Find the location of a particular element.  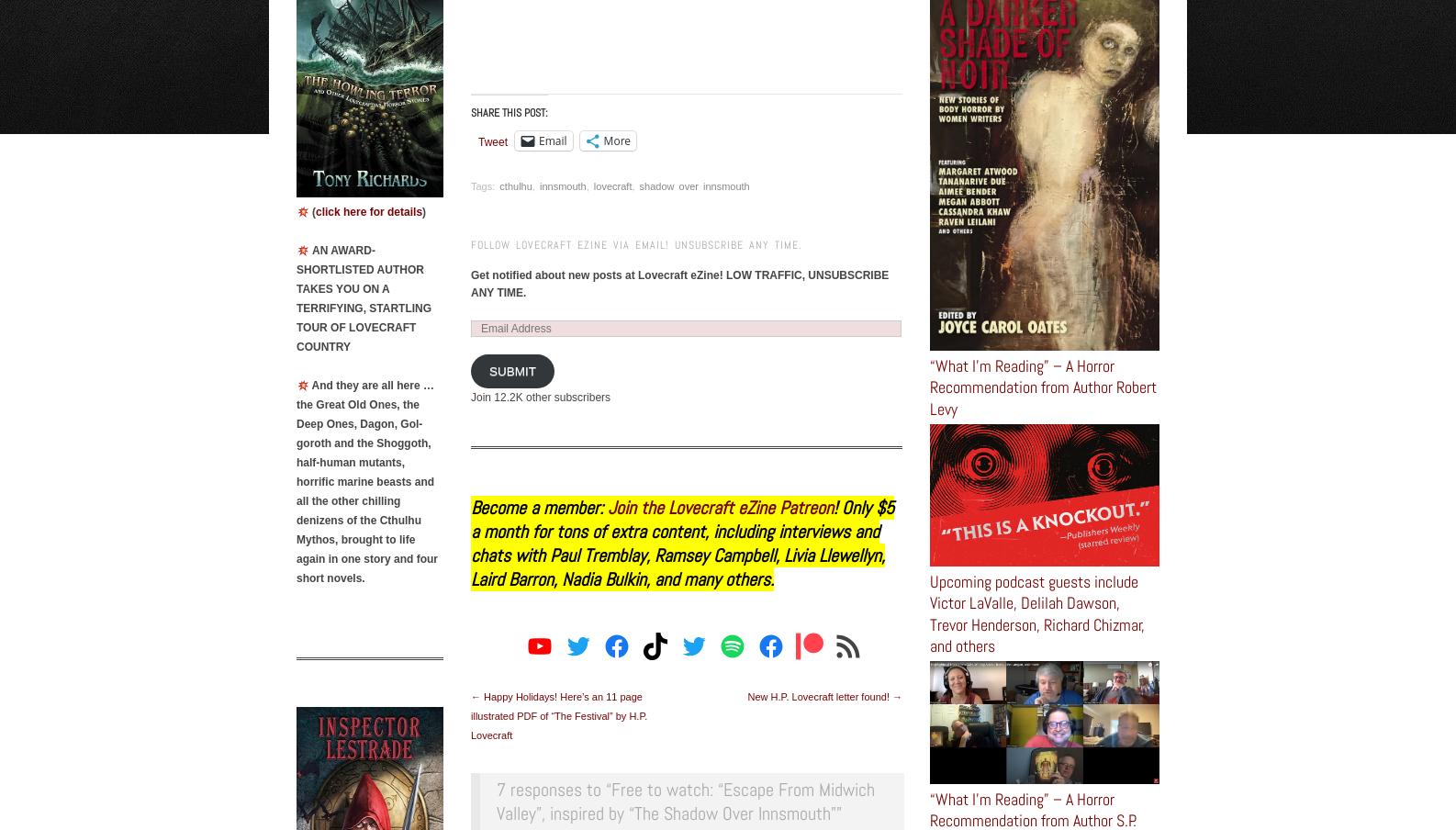

'Happy Holidays! Here’s an 11 page illustrated PDF of “The Festival” by H.P. Lovecraft' is located at coordinates (558, 714).